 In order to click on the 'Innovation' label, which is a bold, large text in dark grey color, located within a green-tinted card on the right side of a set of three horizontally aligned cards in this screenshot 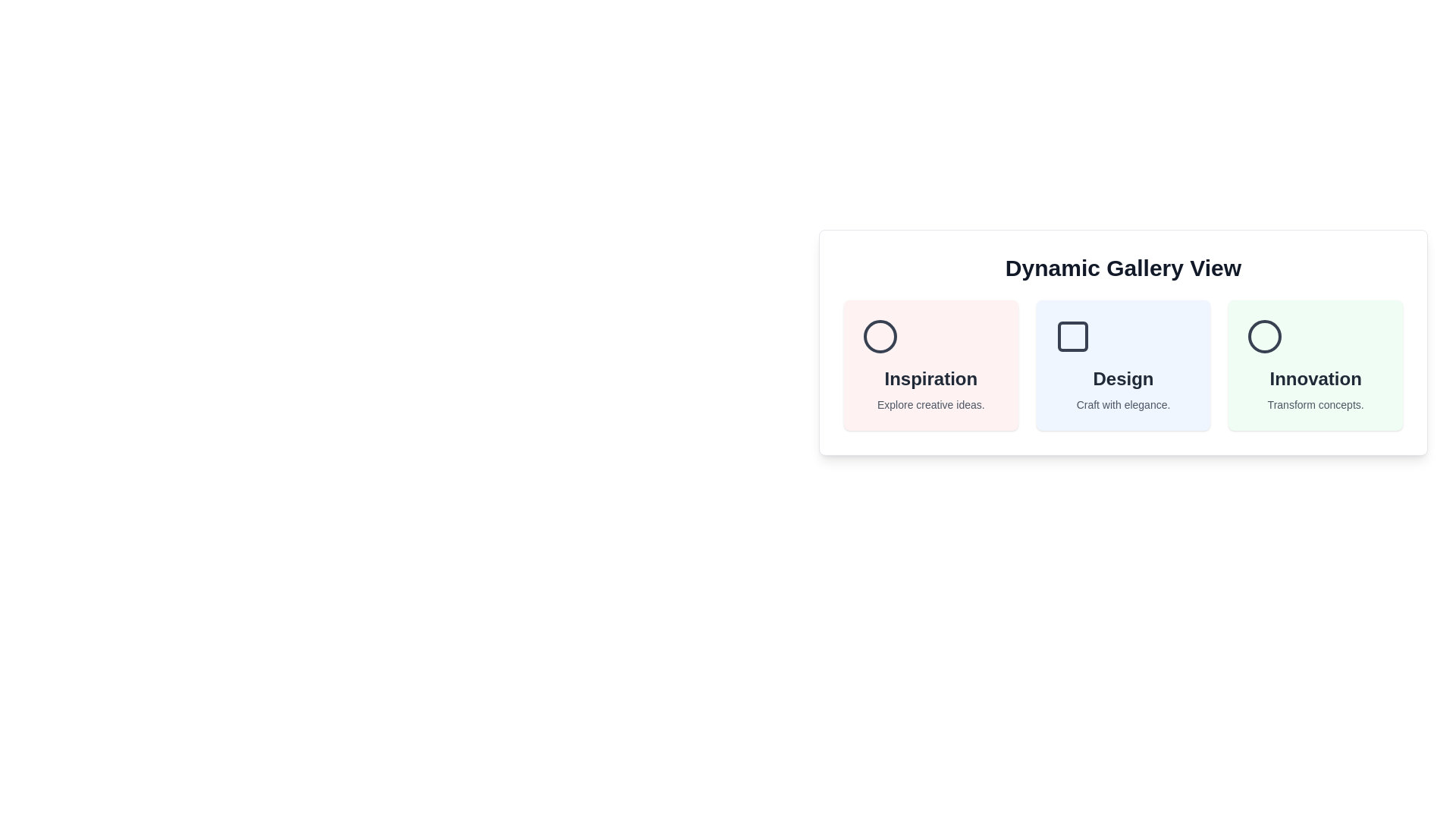, I will do `click(1315, 378)`.